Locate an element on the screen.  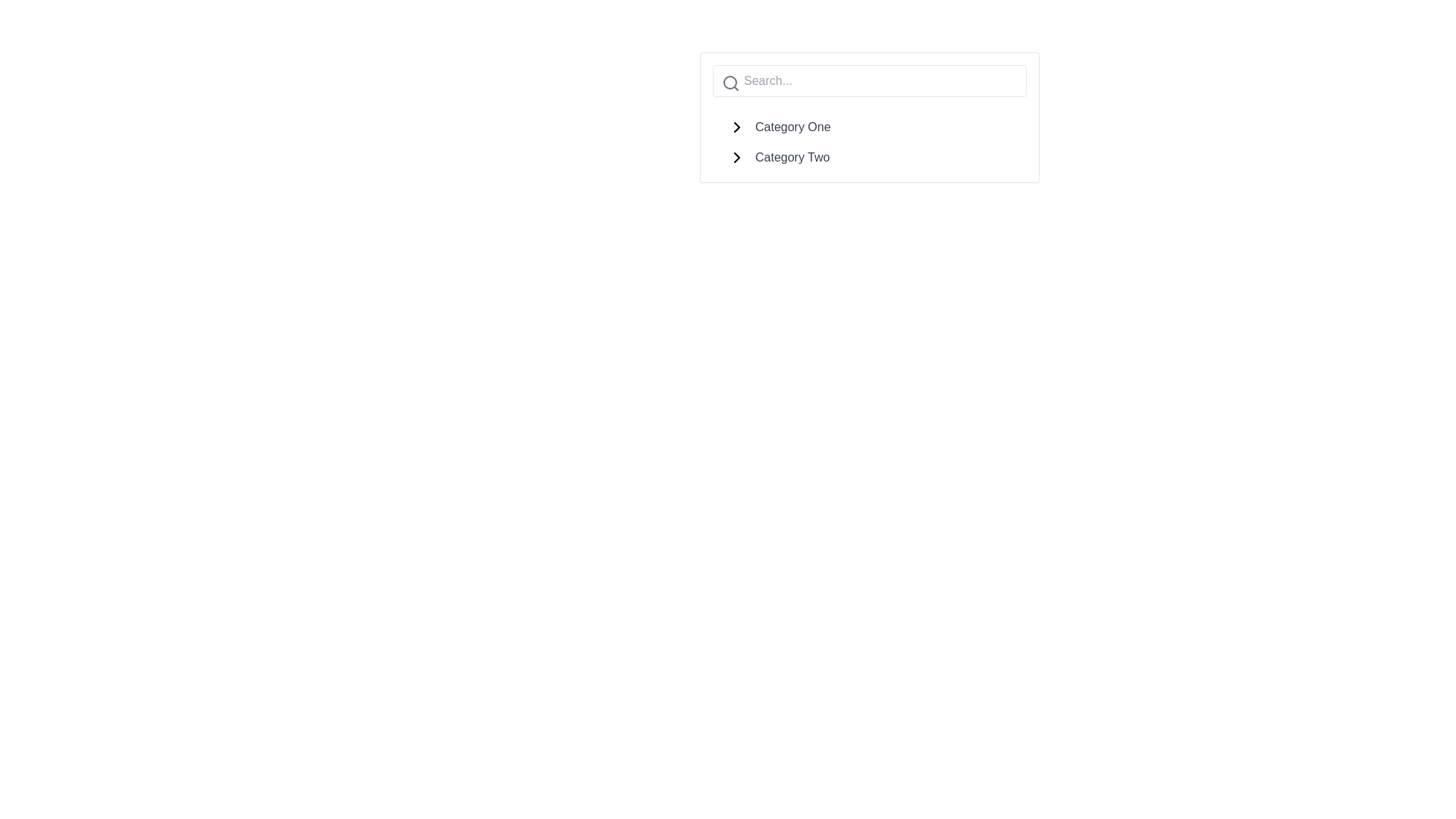
the collapsible icon located to the left of the text 'Category Two', which serves as an indicator for navigation or expansion is located at coordinates (736, 158).